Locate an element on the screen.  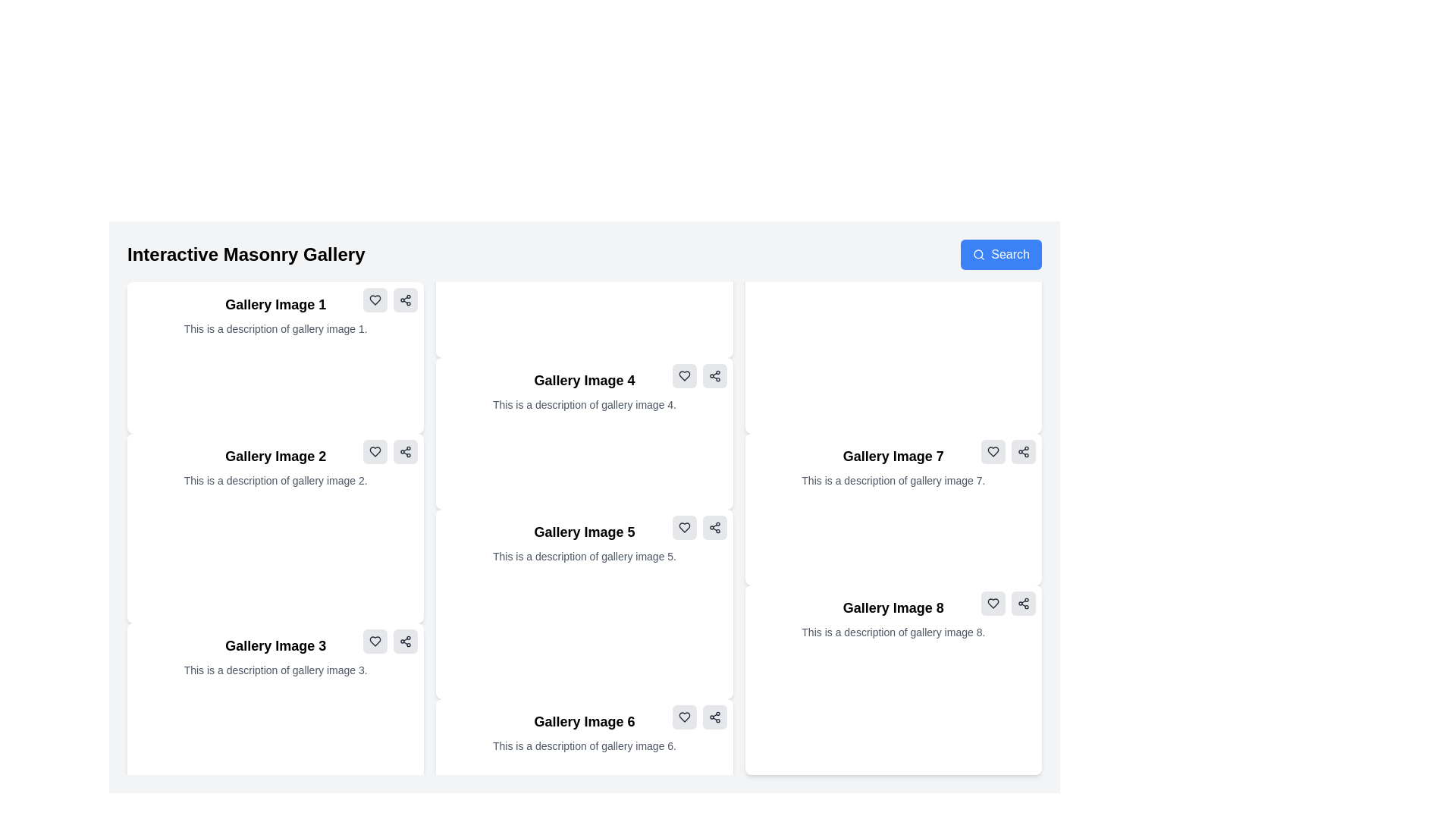
the text element that provides a brief description or additional context about gallery image 3, located directly beneath its title text in the bottom-left corner of the interface is located at coordinates (275, 669).